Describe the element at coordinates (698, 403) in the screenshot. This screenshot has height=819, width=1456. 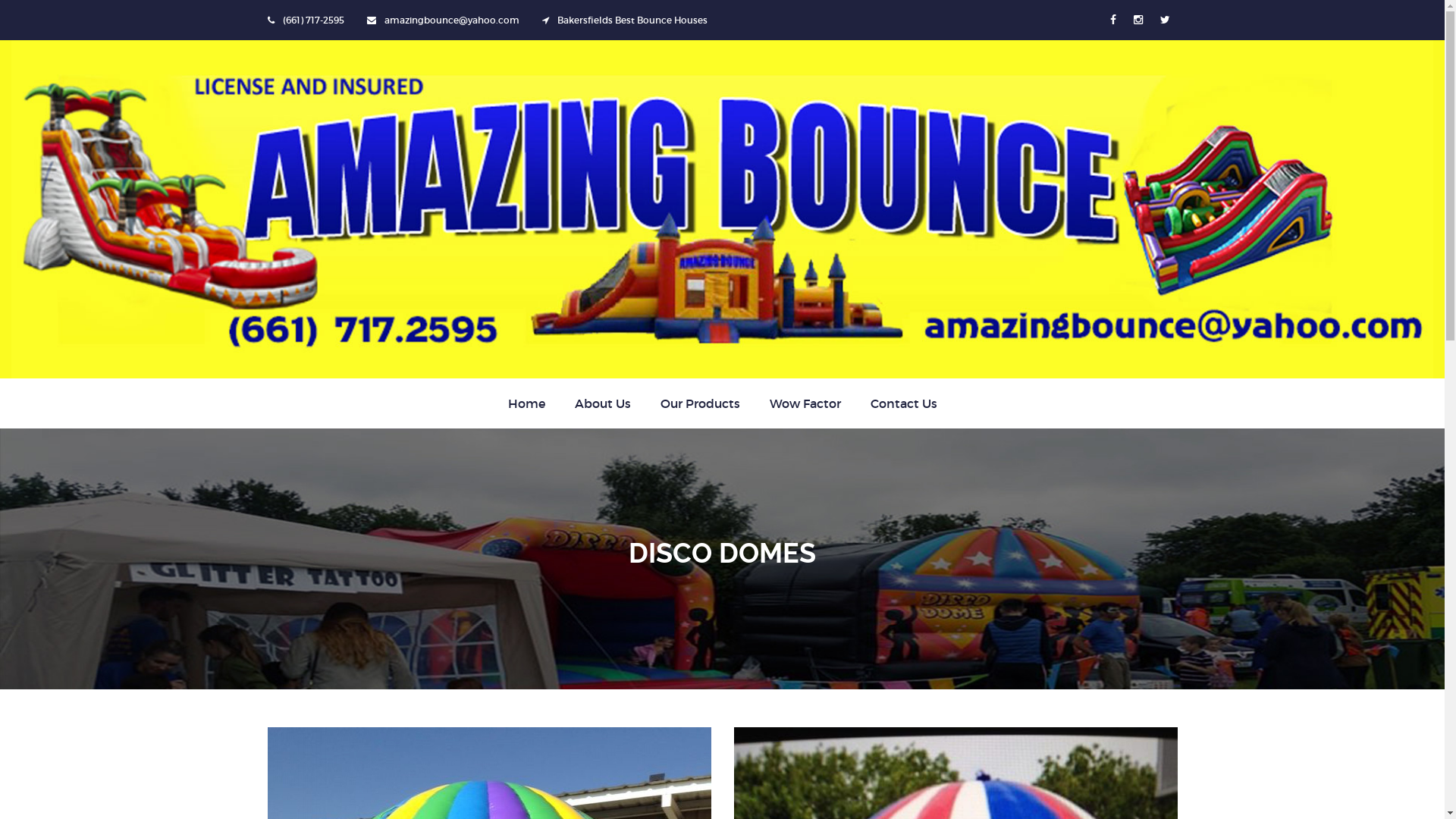
I see `'Our Products'` at that location.